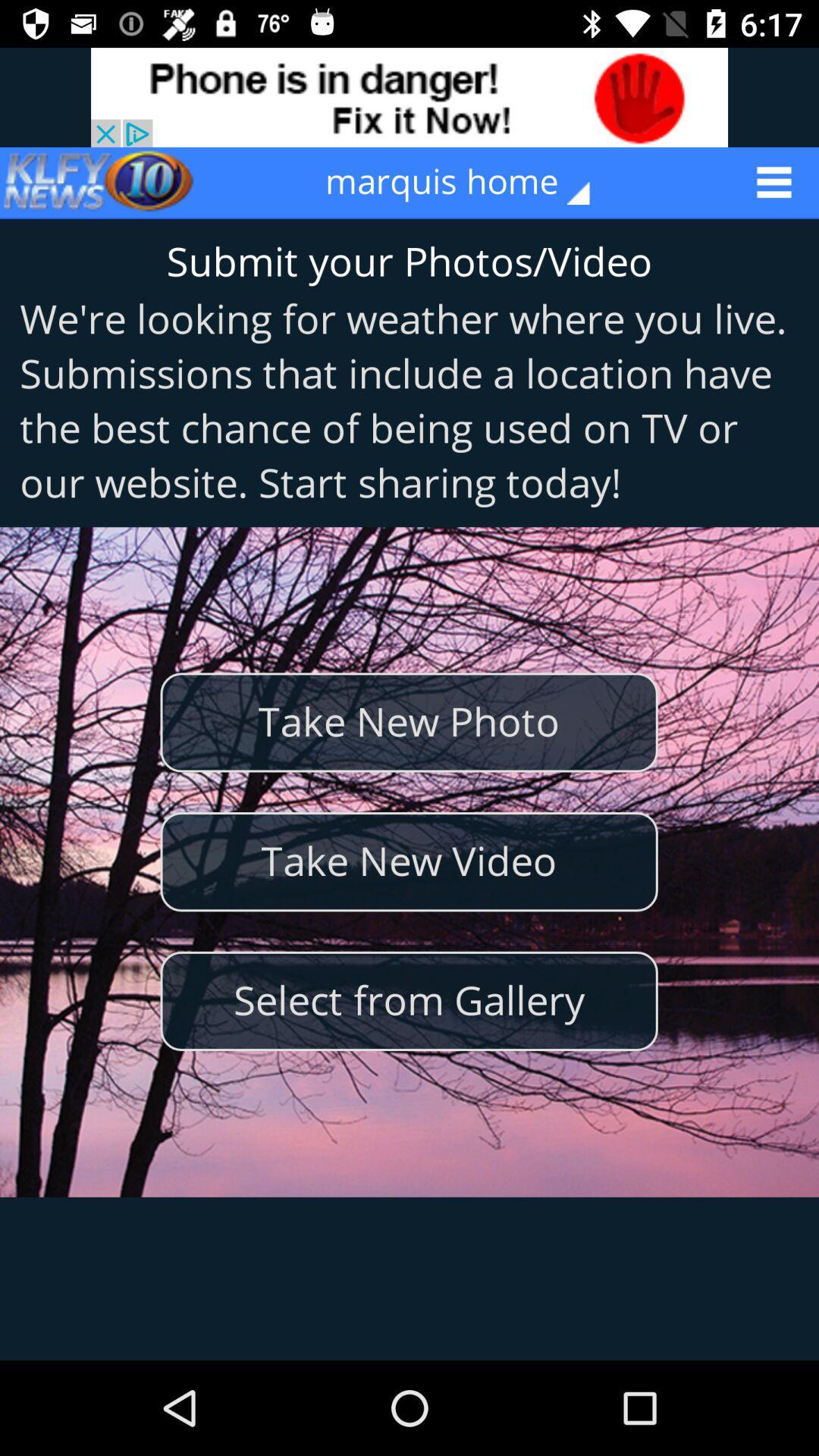 The height and width of the screenshot is (1456, 819). Describe the element at coordinates (99, 182) in the screenshot. I see `icon at the top left corner` at that location.